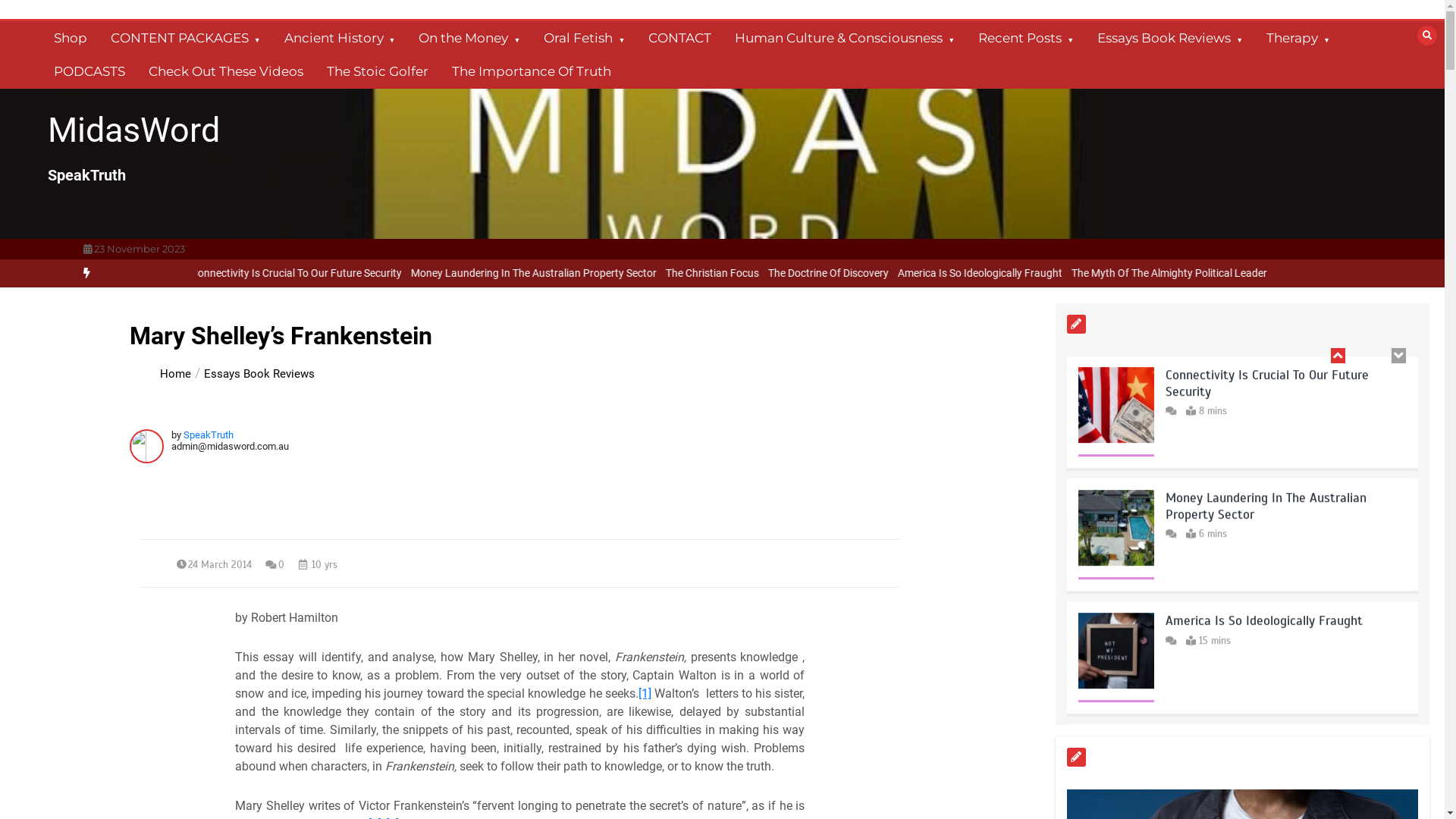 The height and width of the screenshot is (819, 1456). I want to click on 'The Importance Of Truth', so click(531, 71).